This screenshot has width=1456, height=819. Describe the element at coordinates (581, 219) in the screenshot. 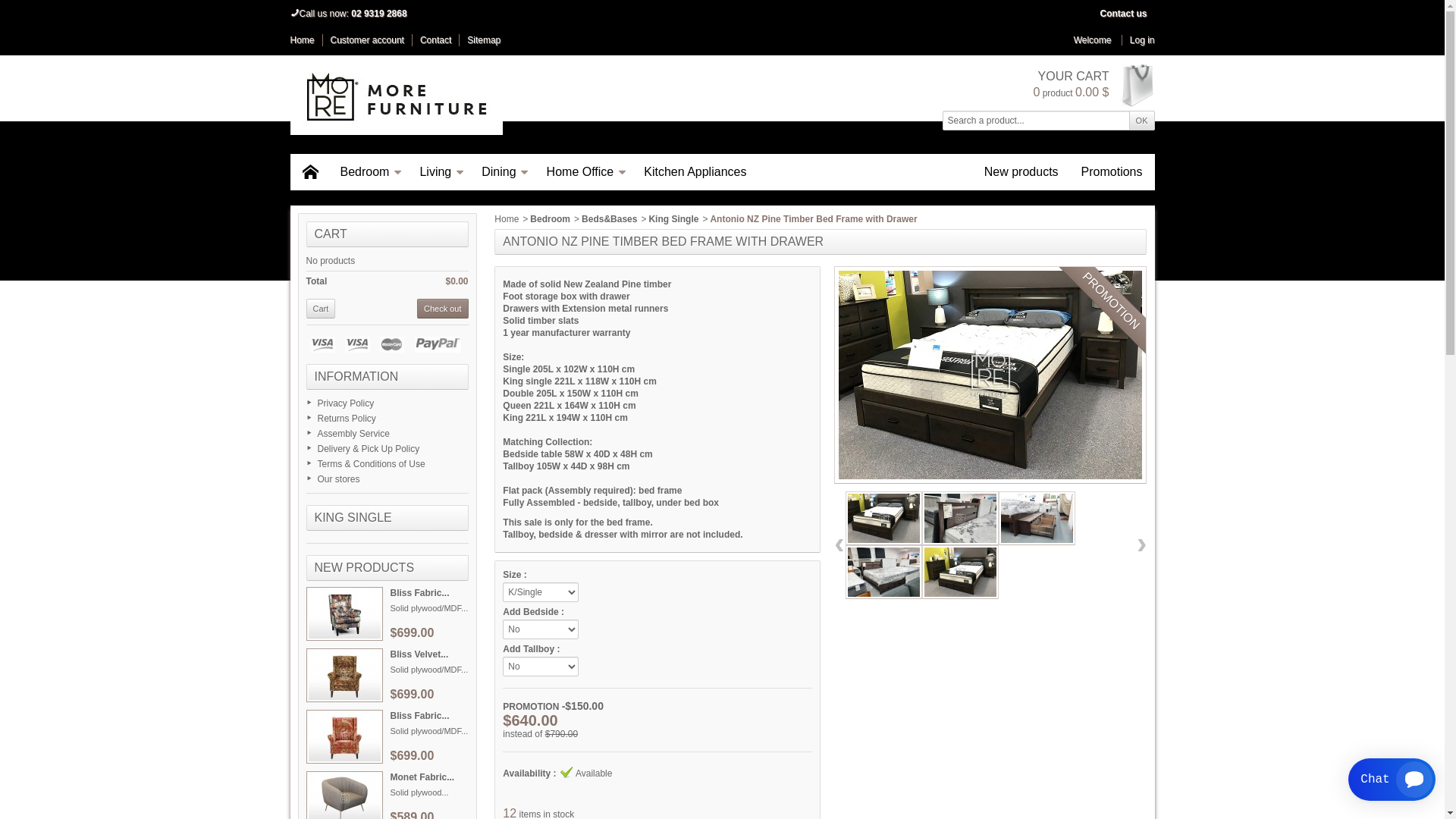

I see `'Beds&Bases'` at that location.